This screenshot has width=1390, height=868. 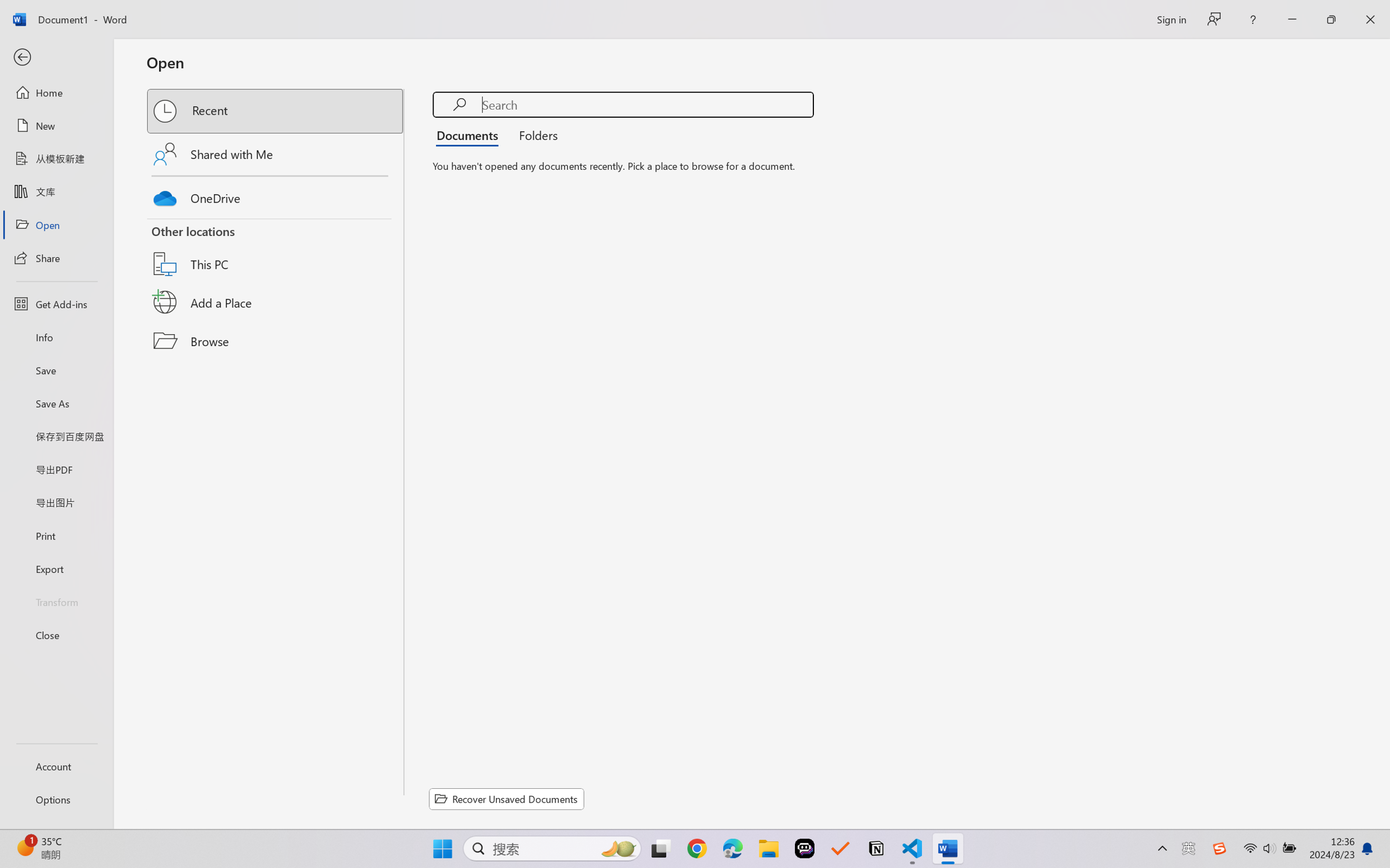 What do you see at coordinates (56, 766) in the screenshot?
I see `'Account'` at bounding box center [56, 766].